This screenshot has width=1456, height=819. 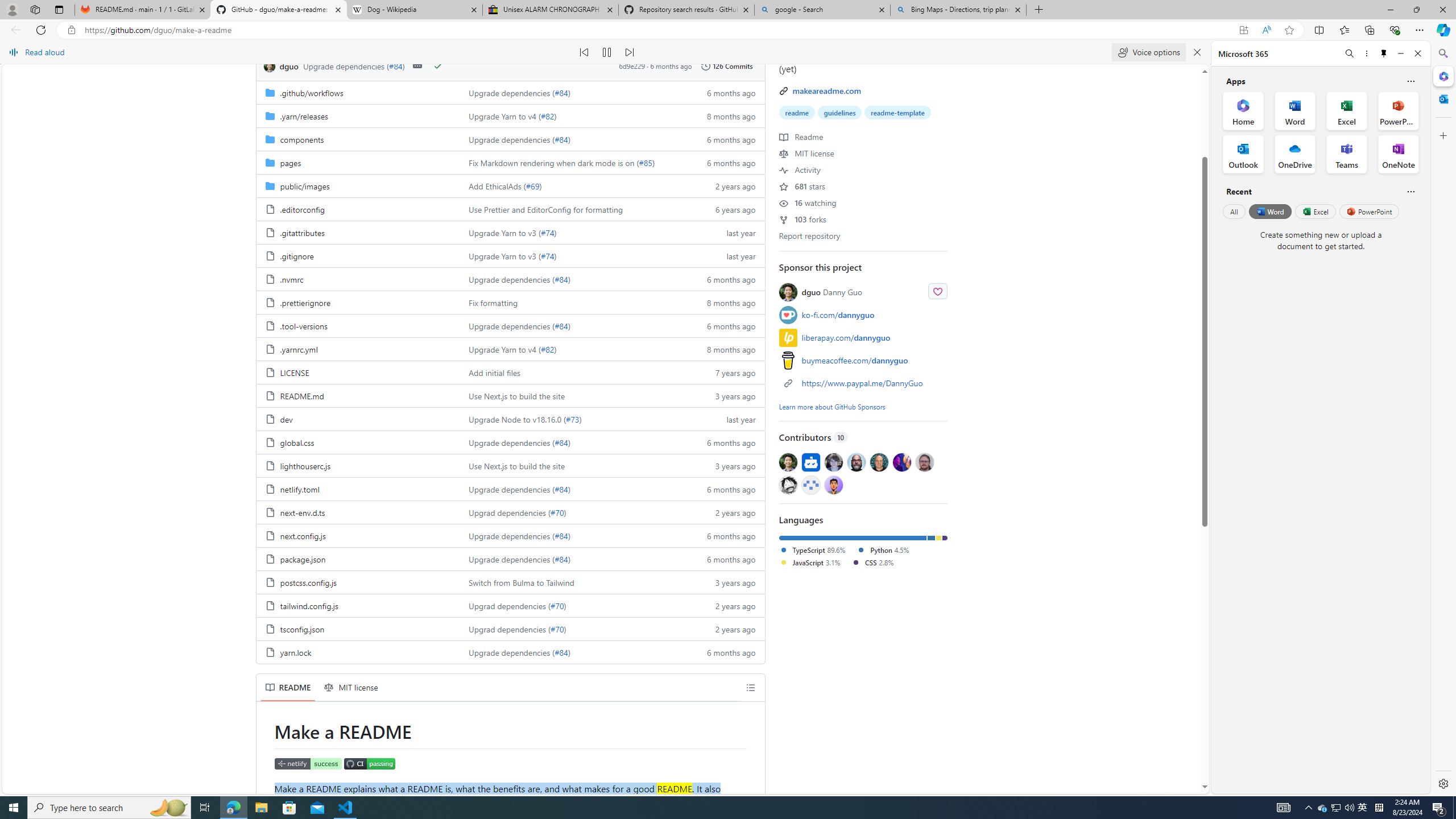 What do you see at coordinates (887, 551) in the screenshot?
I see `'Python4.5%'` at bounding box center [887, 551].